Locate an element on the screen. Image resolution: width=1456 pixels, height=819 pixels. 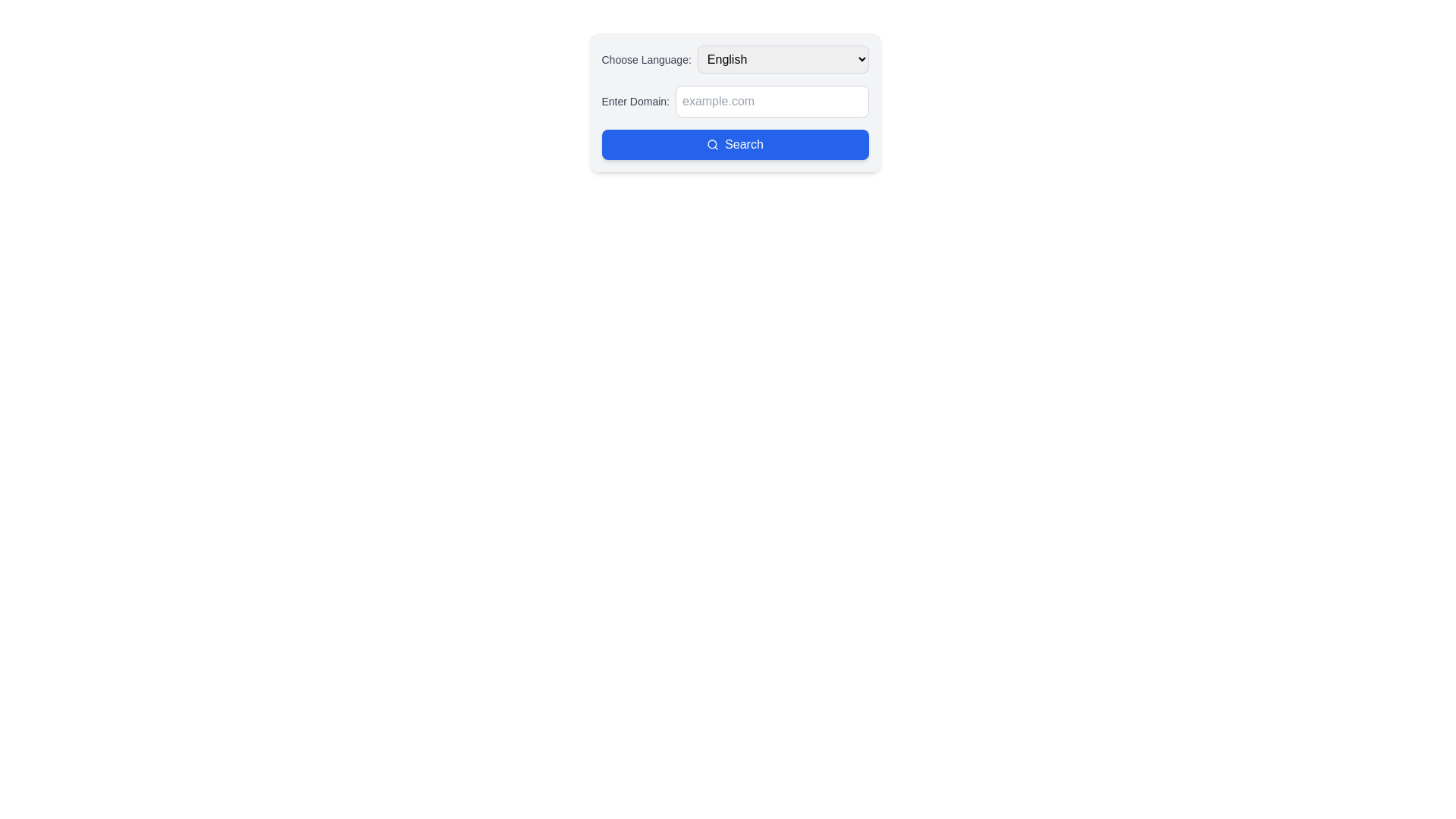
the text input field for domain entry, which is the second field in the input group below the 'Choose Language' dropdown and above the 'Search' button is located at coordinates (735, 102).